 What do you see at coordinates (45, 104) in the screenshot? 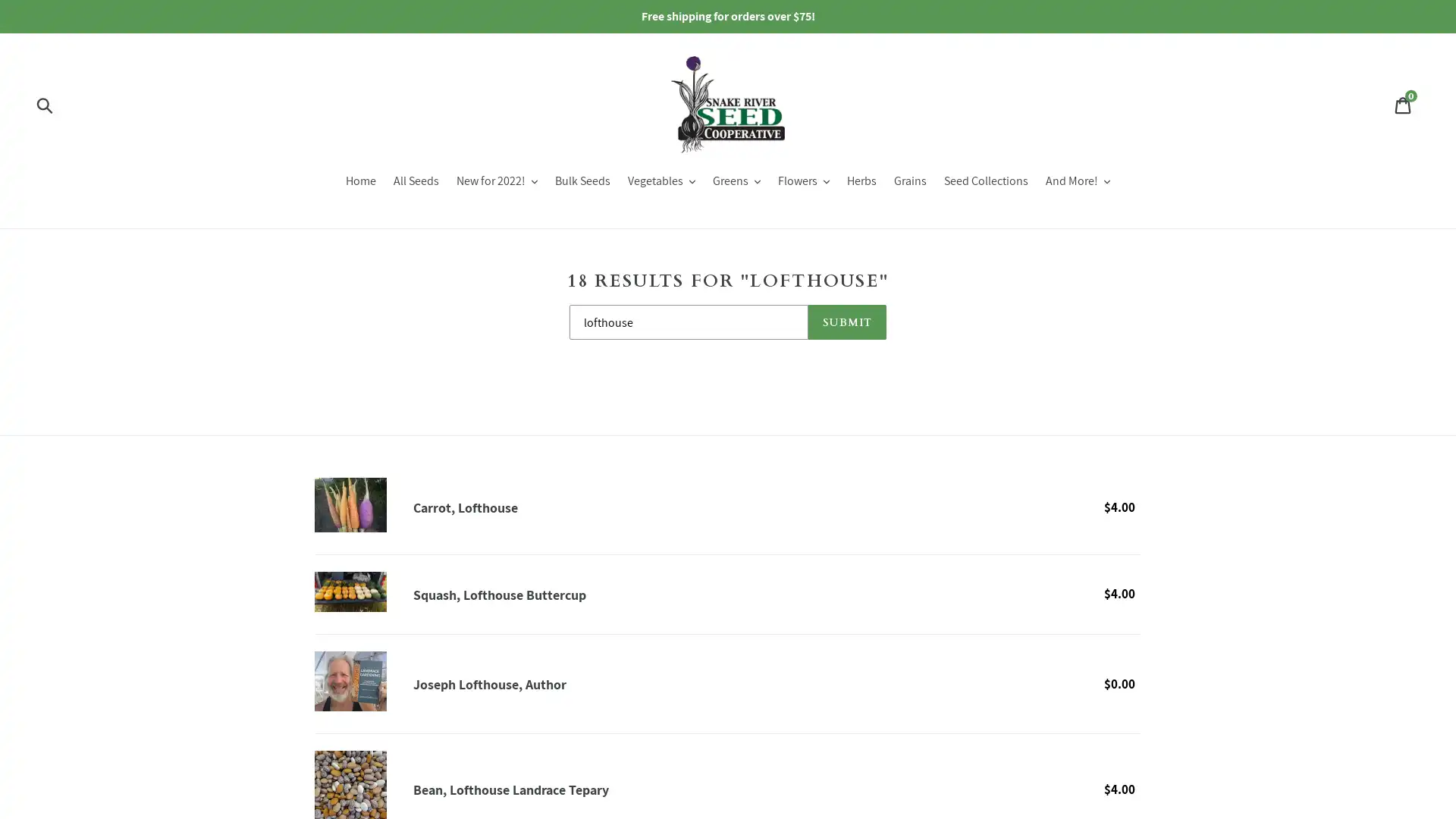
I see `Submit` at bounding box center [45, 104].